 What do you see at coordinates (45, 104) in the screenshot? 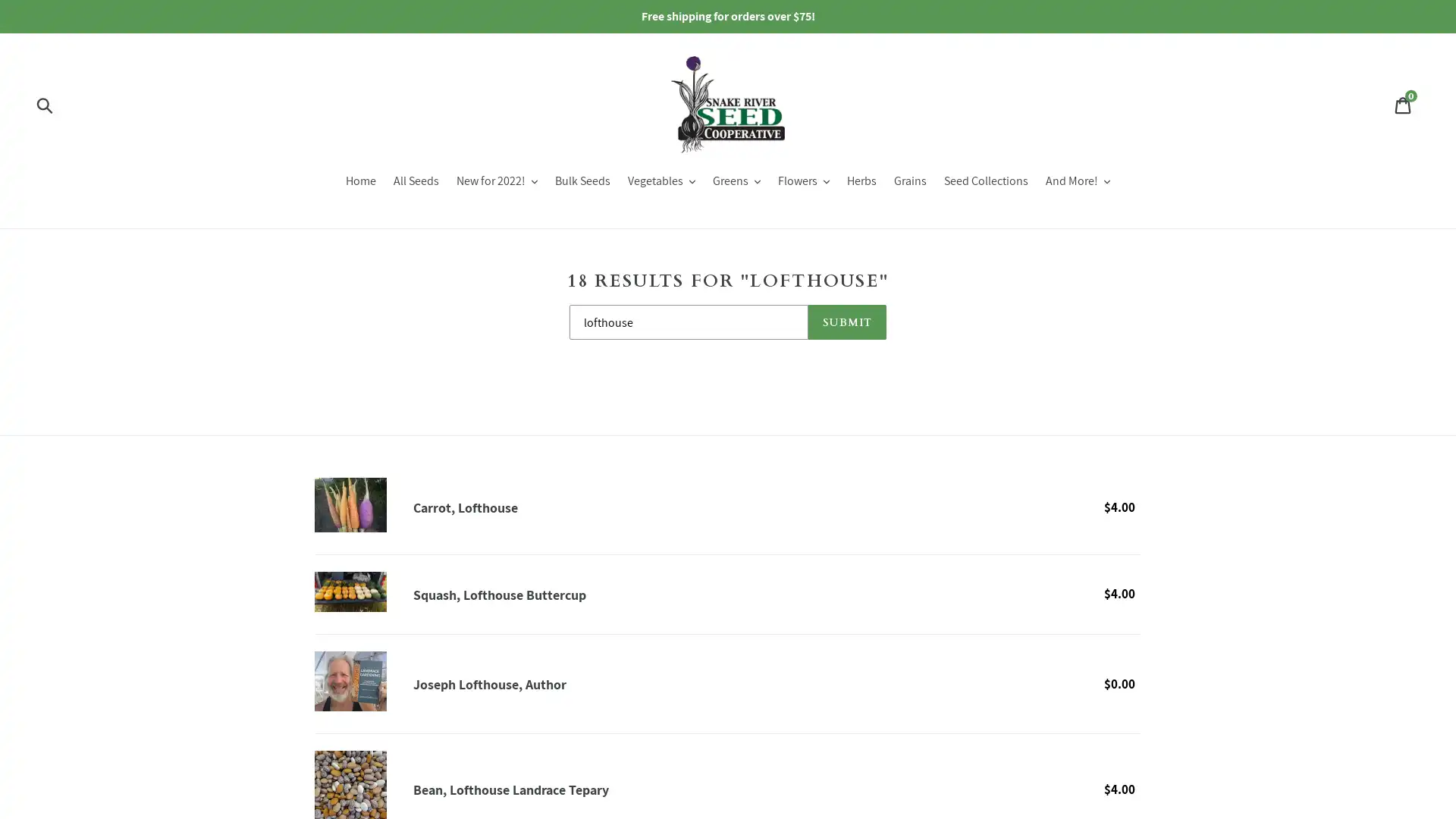
I see `Submit` at bounding box center [45, 104].